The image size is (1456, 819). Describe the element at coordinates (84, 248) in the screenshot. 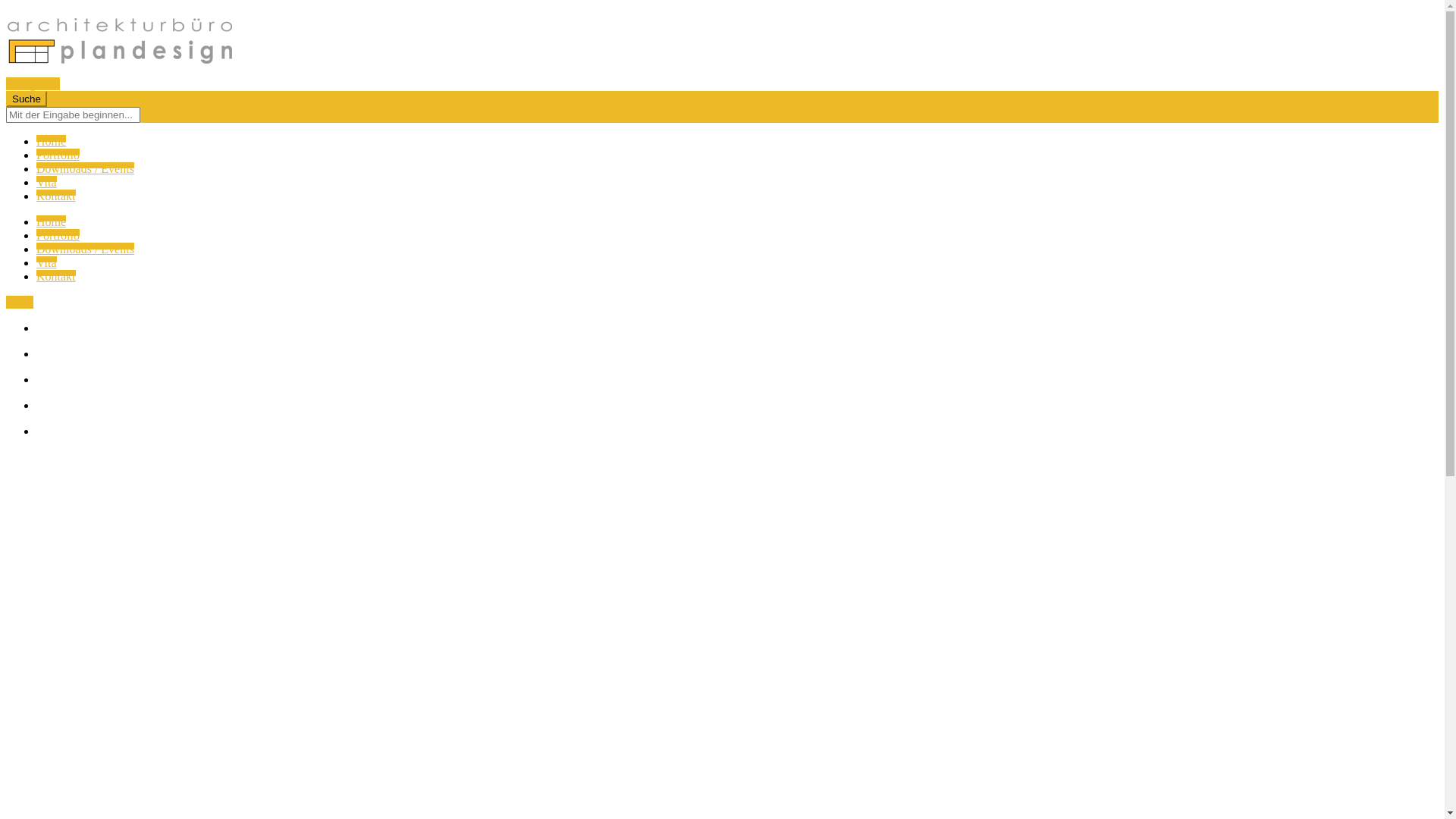

I see `'Downloads / Events'` at that location.